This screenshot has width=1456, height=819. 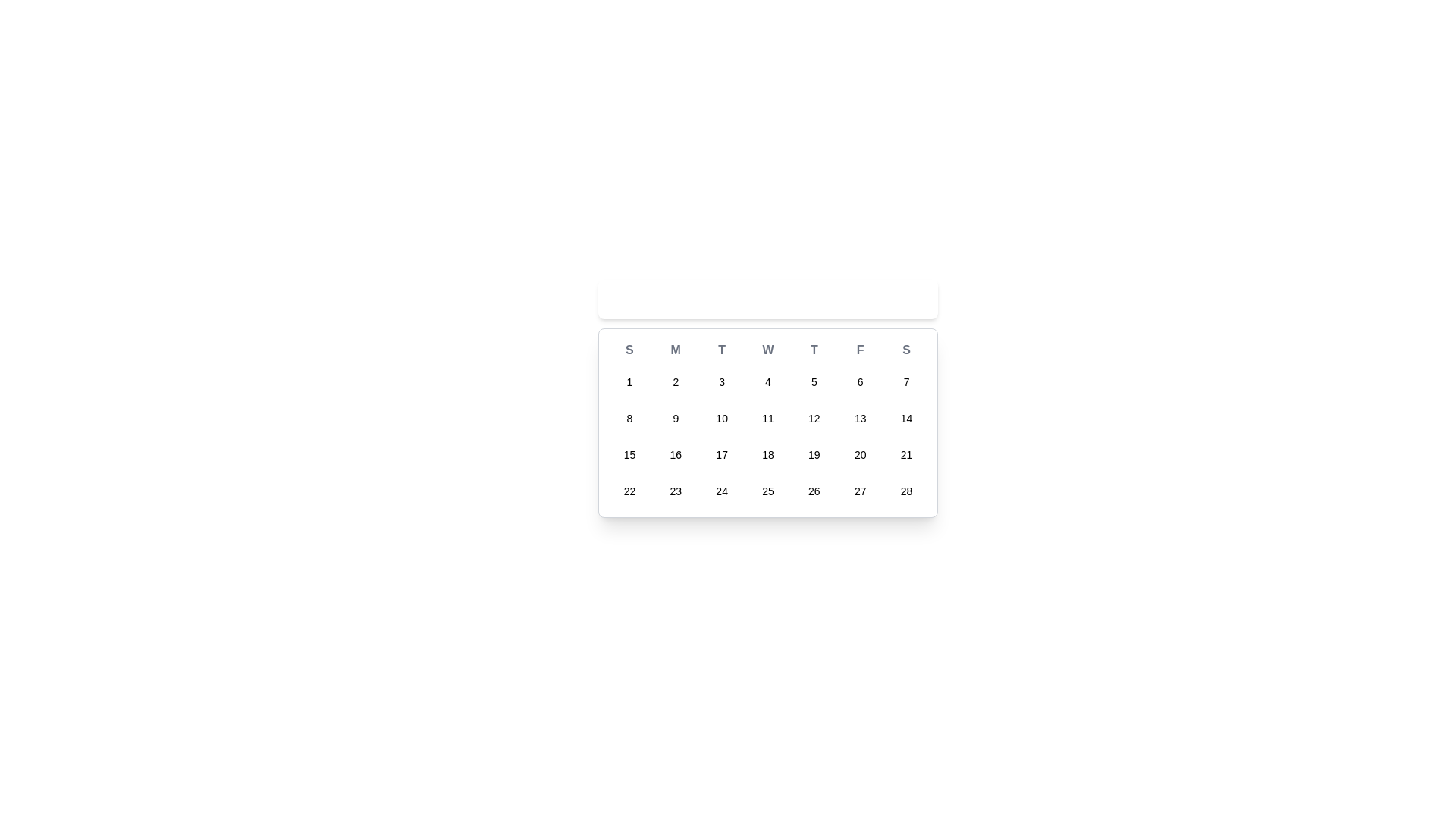 I want to click on the text label indicating 'Wednesday' in the calendar layout, which is the fourth element in a horizontal grid of weekdays, so click(x=767, y=350).